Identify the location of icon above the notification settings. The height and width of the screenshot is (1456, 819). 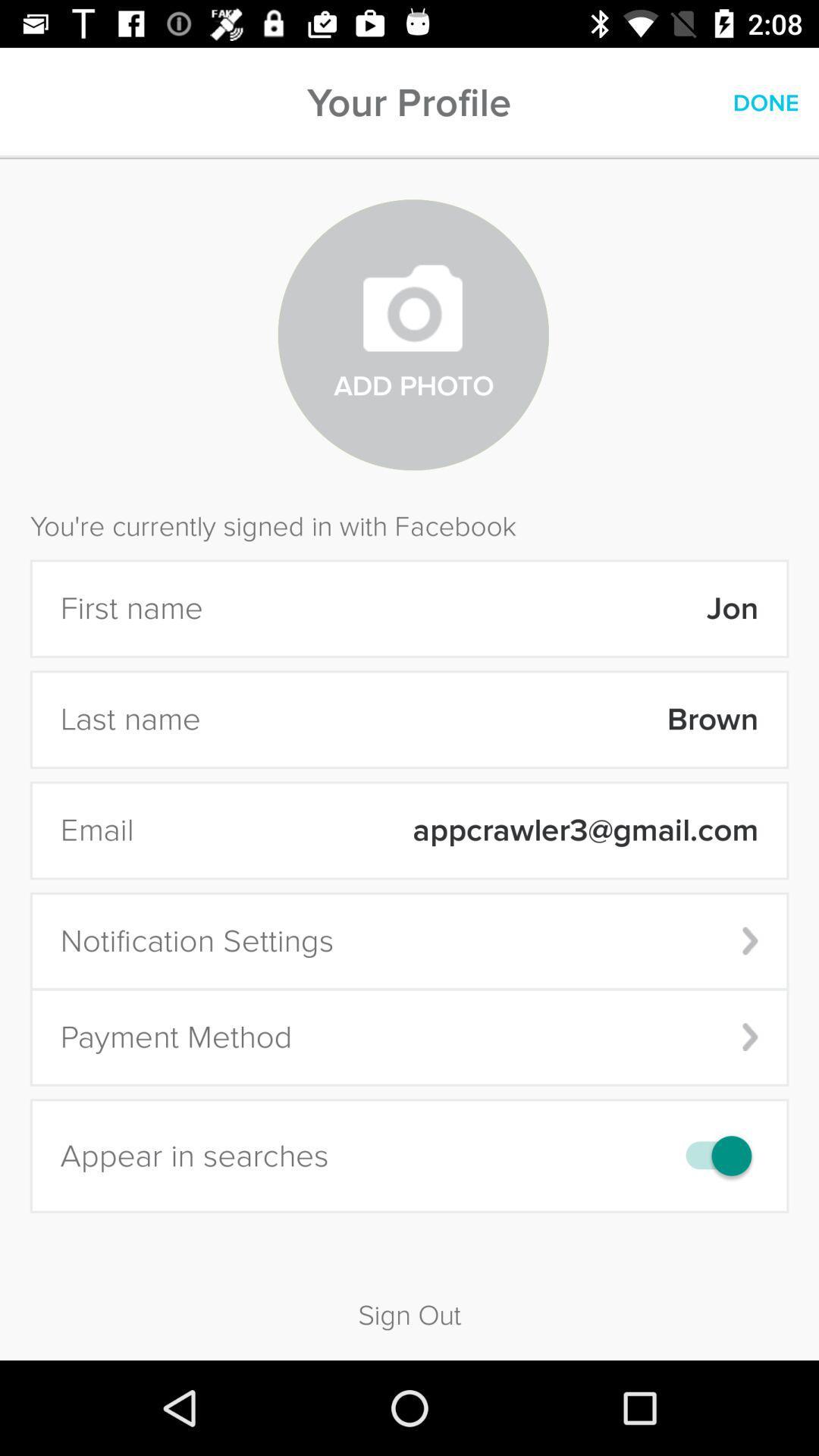
(455, 830).